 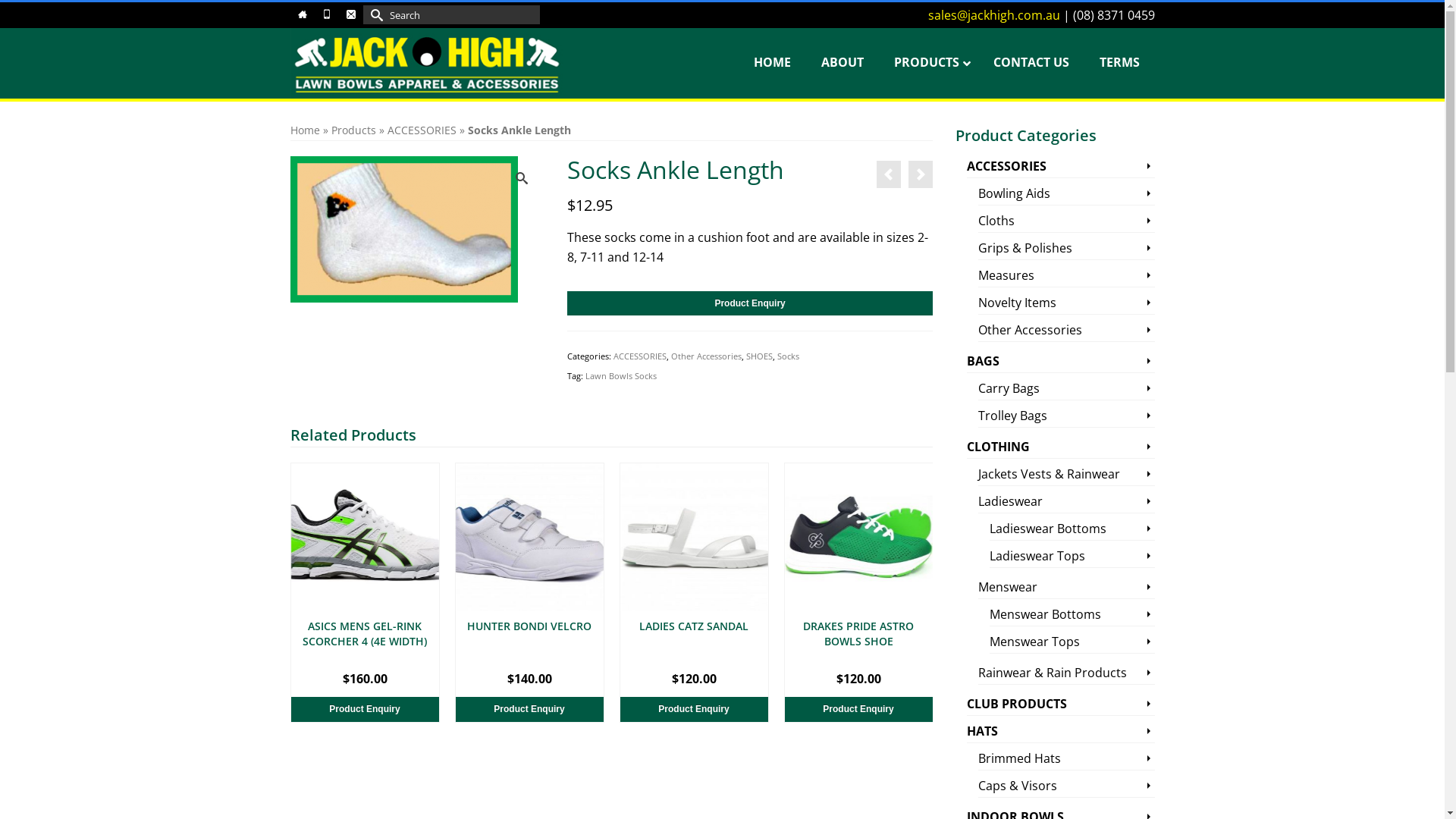 What do you see at coordinates (749, 303) in the screenshot?
I see `'Product Enquiry'` at bounding box center [749, 303].